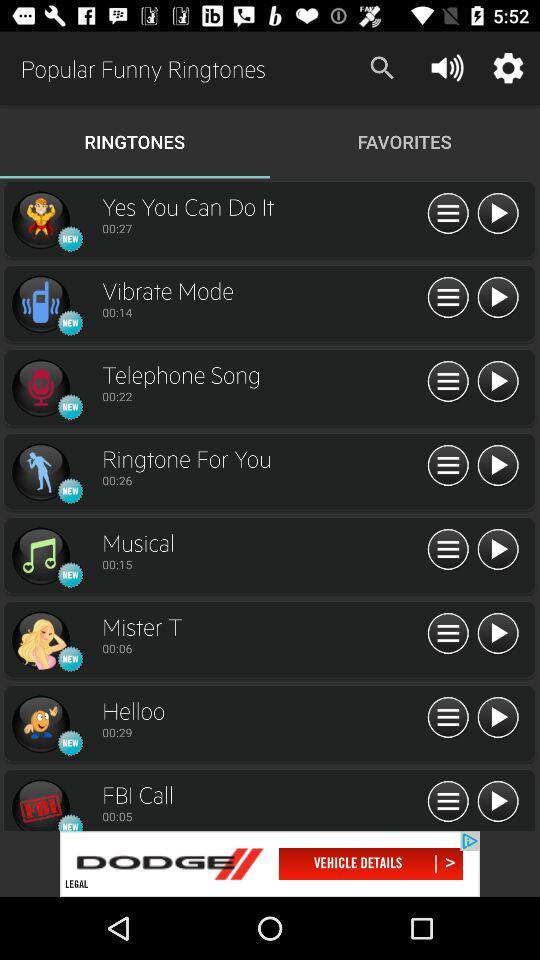 Image resolution: width=540 pixels, height=960 pixels. What do you see at coordinates (40, 387) in the screenshot?
I see `ringtines song option` at bounding box center [40, 387].